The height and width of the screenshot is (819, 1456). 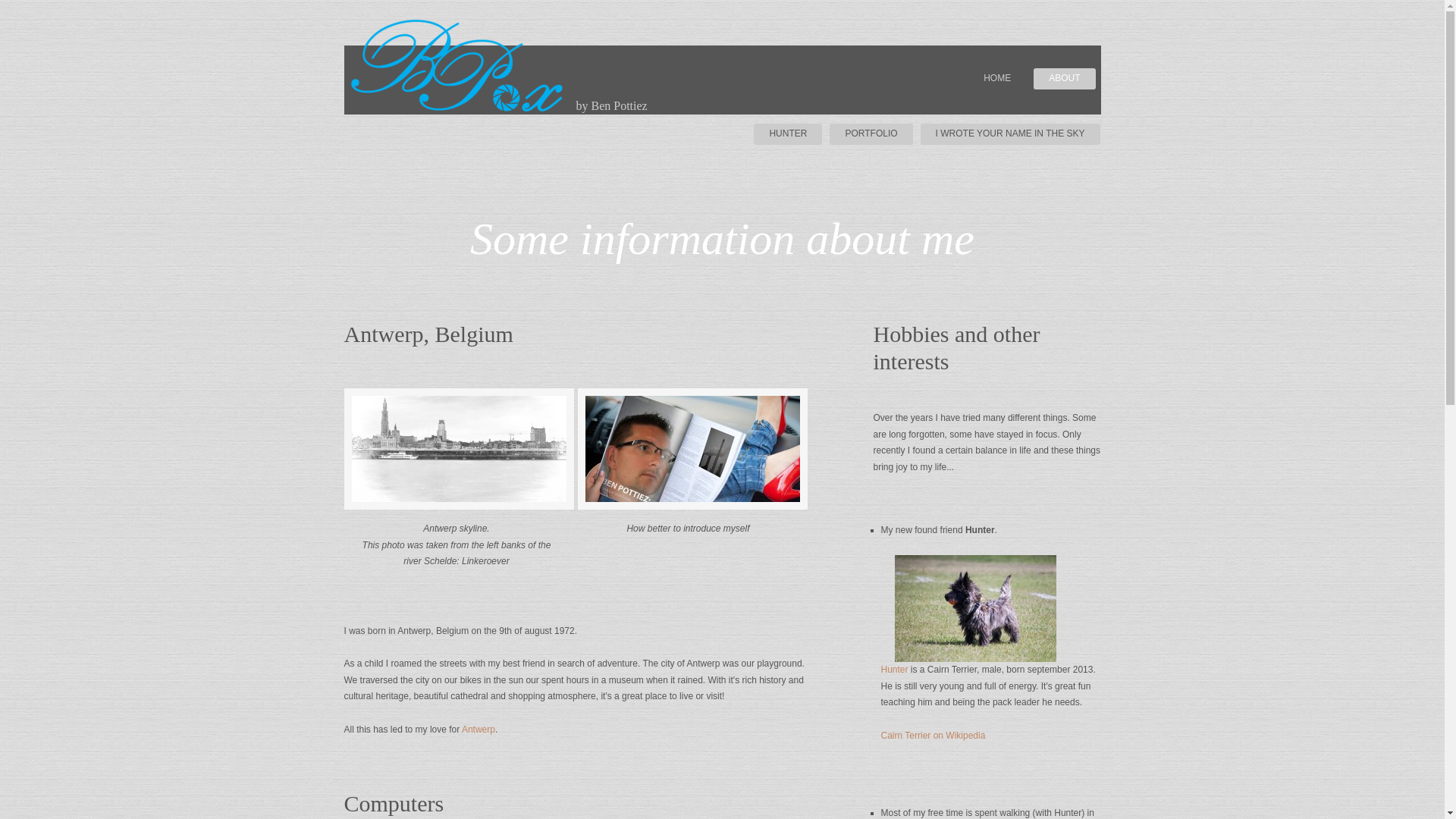 What do you see at coordinates (997, 79) in the screenshot?
I see `'HOME'` at bounding box center [997, 79].